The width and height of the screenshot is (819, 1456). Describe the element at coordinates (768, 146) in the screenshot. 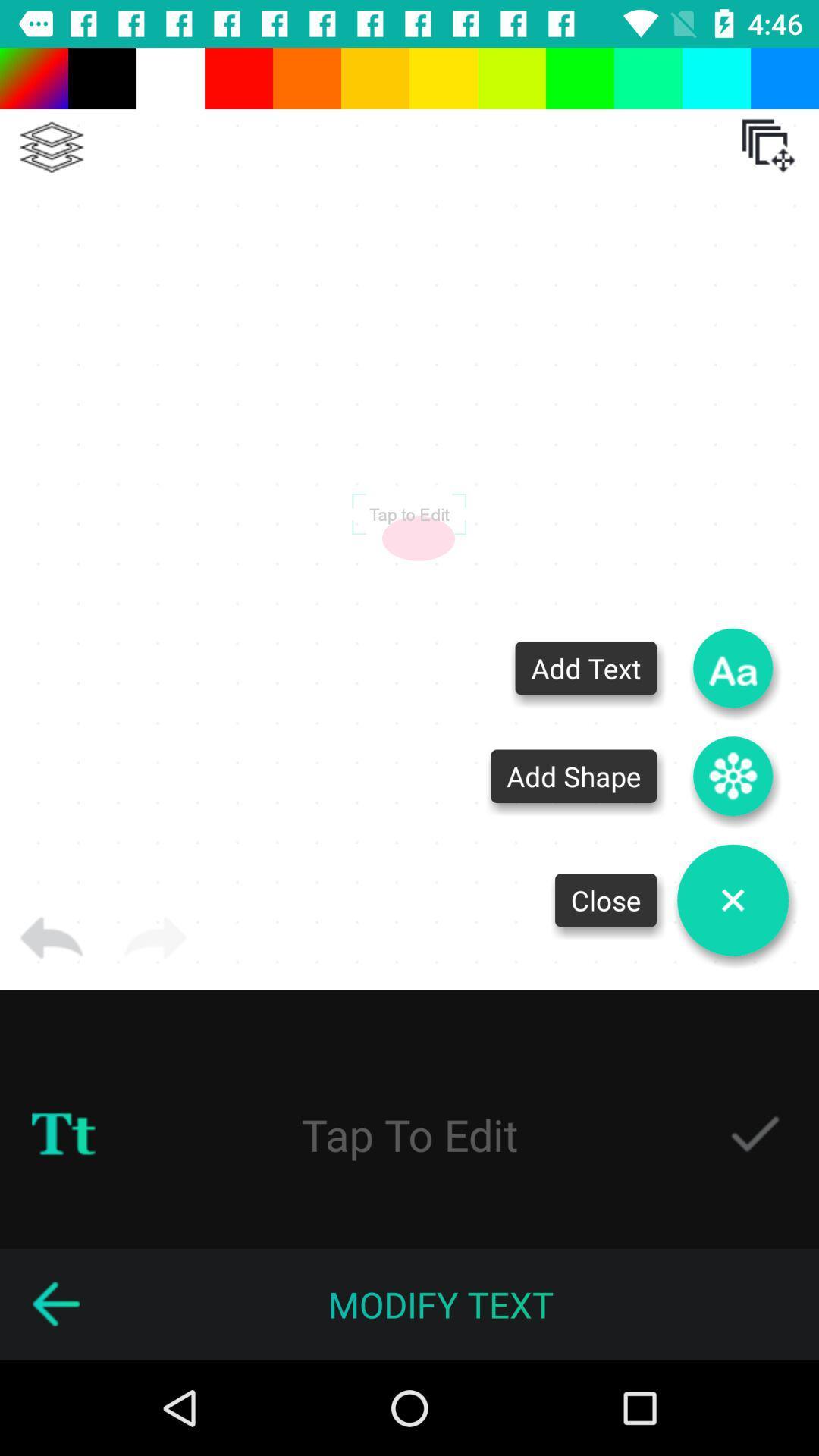

I see `open the tab` at that location.